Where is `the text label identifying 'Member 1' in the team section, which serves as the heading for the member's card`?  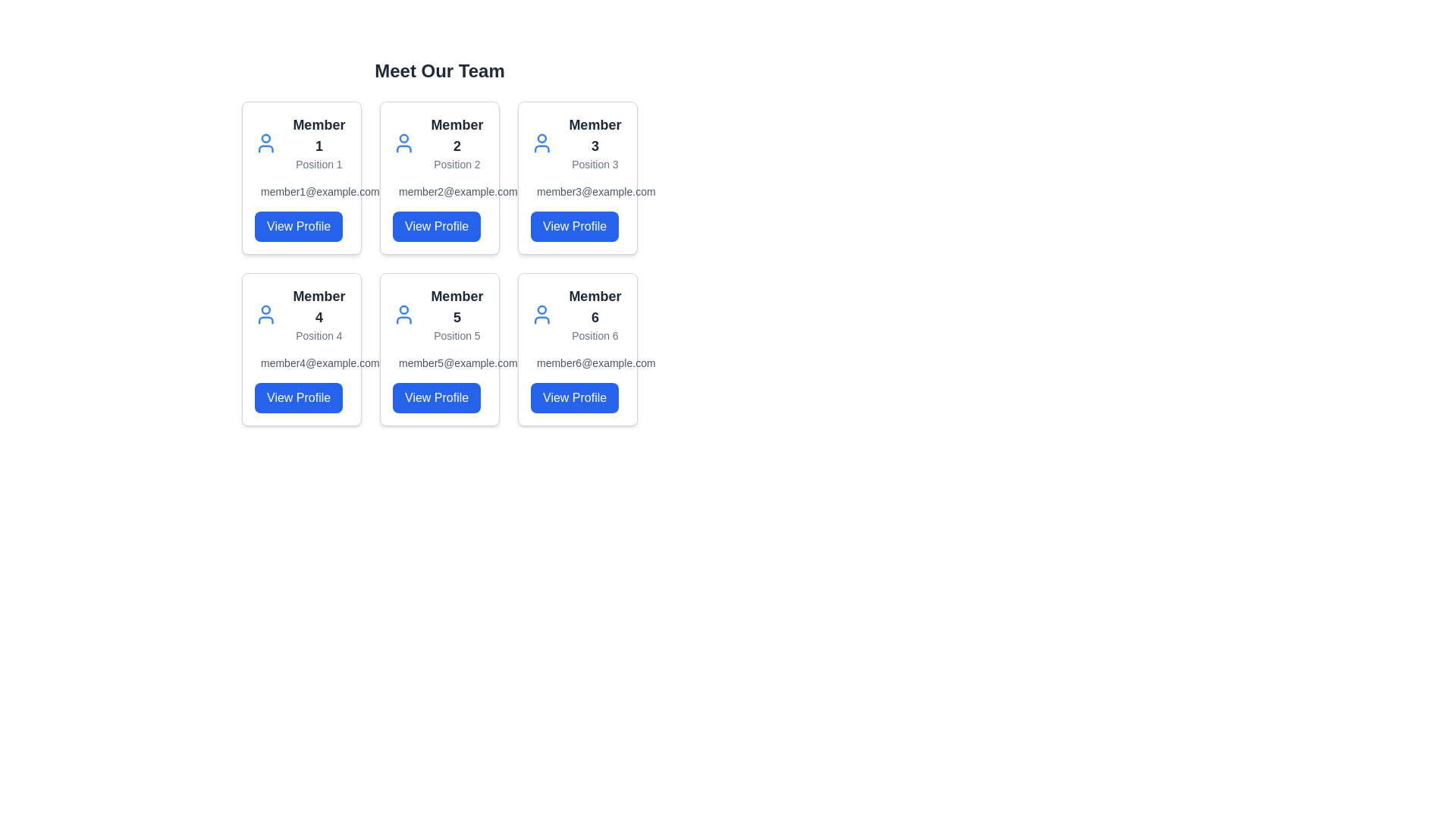
the text label identifying 'Member 1' in the team section, which serves as the heading for the member's card is located at coordinates (318, 134).